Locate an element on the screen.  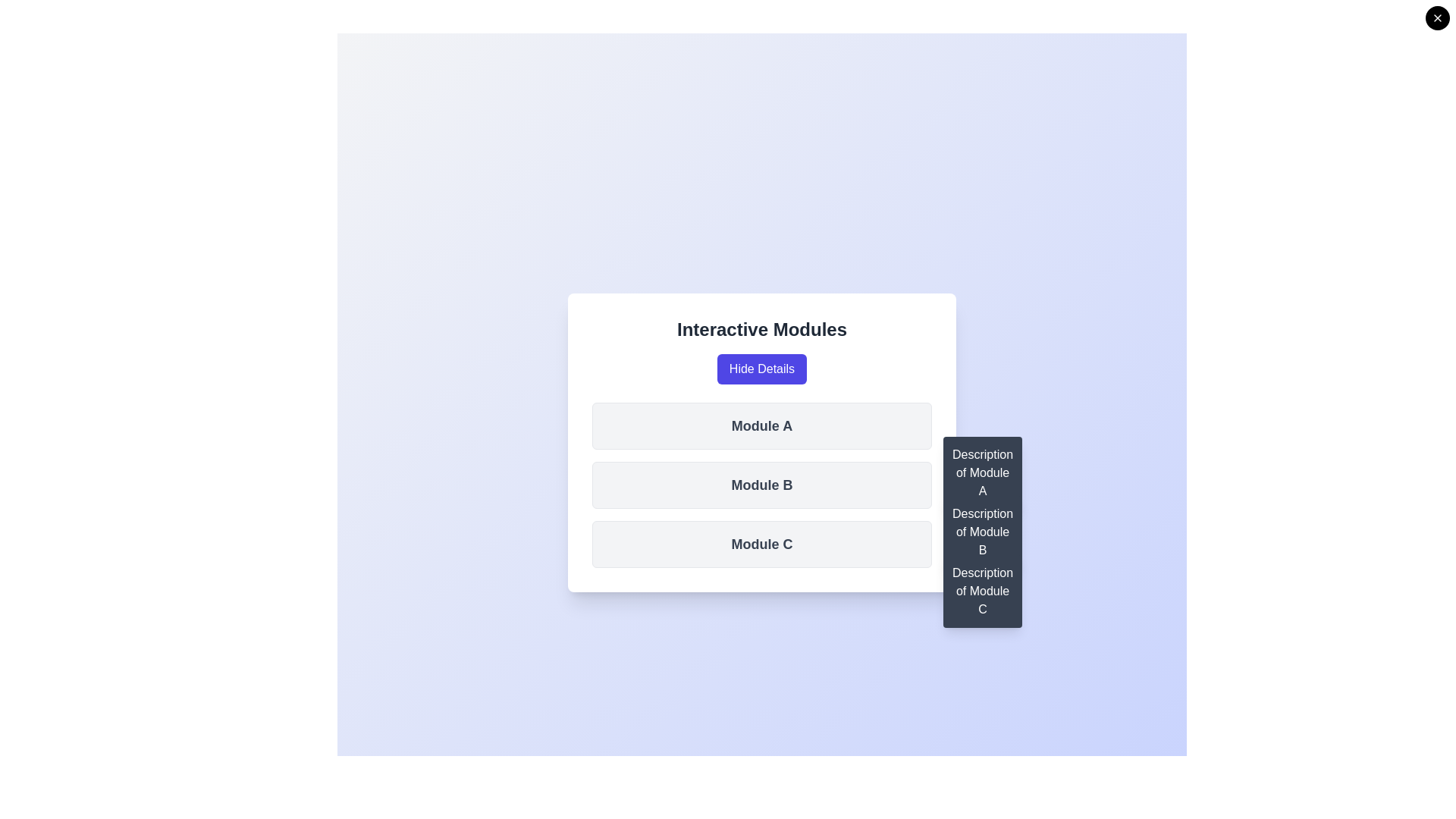
the 'Hide Details' button with an indigo background and white text to observe its hover state effects is located at coordinates (761, 369).